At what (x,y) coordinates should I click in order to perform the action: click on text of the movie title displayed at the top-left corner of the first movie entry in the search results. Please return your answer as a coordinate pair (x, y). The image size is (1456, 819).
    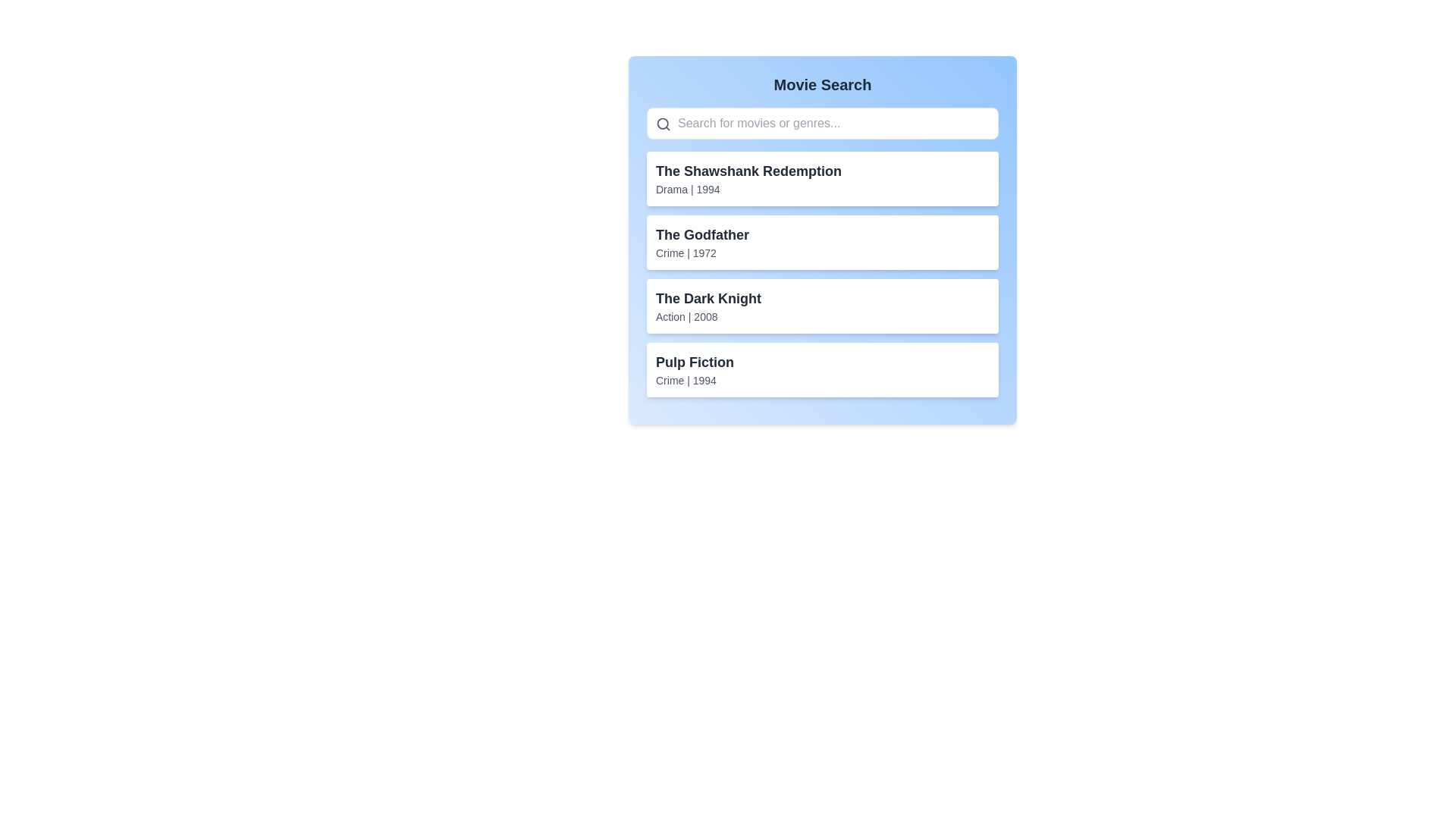
    Looking at the image, I should click on (748, 171).